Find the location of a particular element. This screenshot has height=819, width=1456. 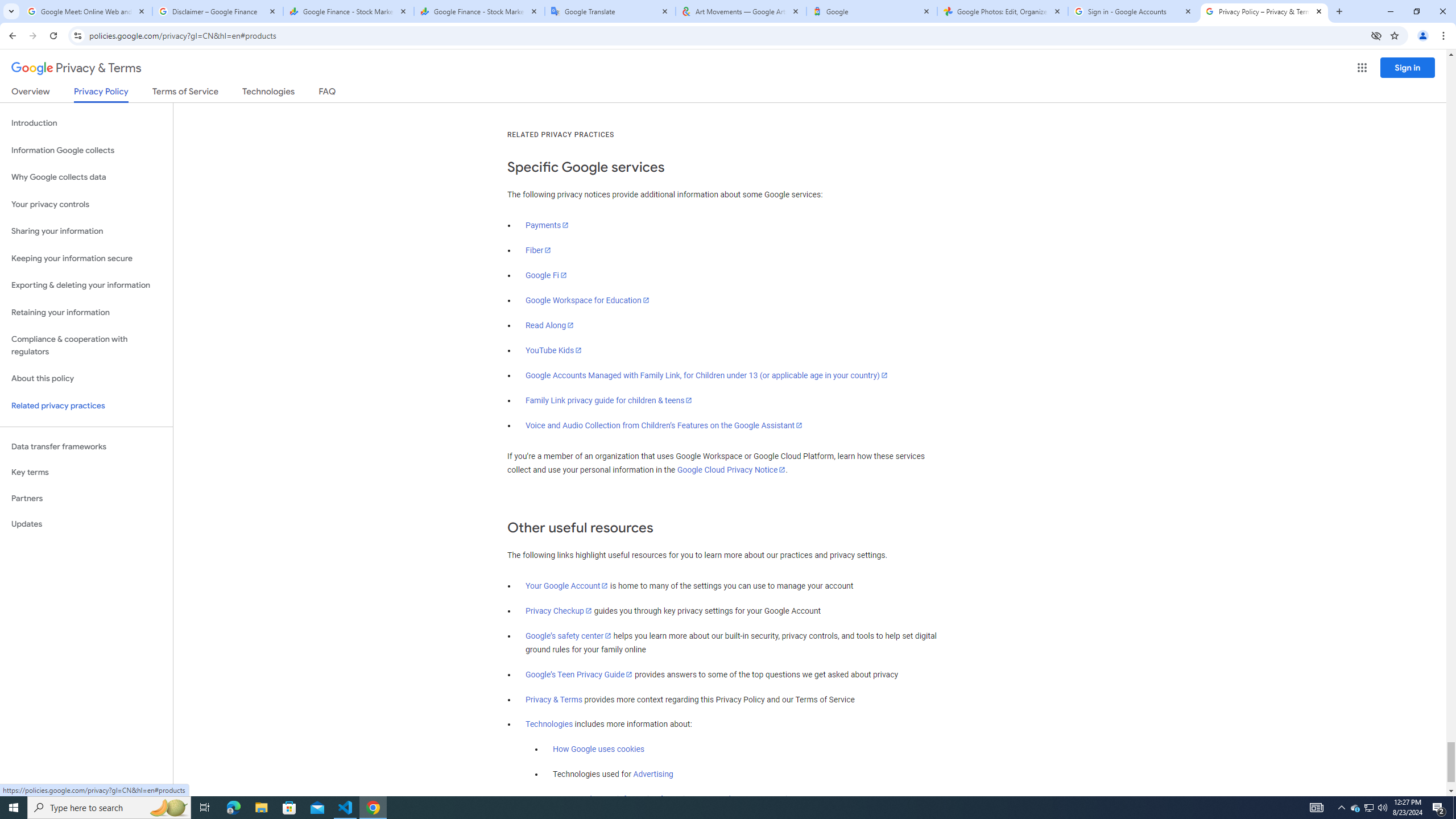

'YouTube Kids' is located at coordinates (554, 350).